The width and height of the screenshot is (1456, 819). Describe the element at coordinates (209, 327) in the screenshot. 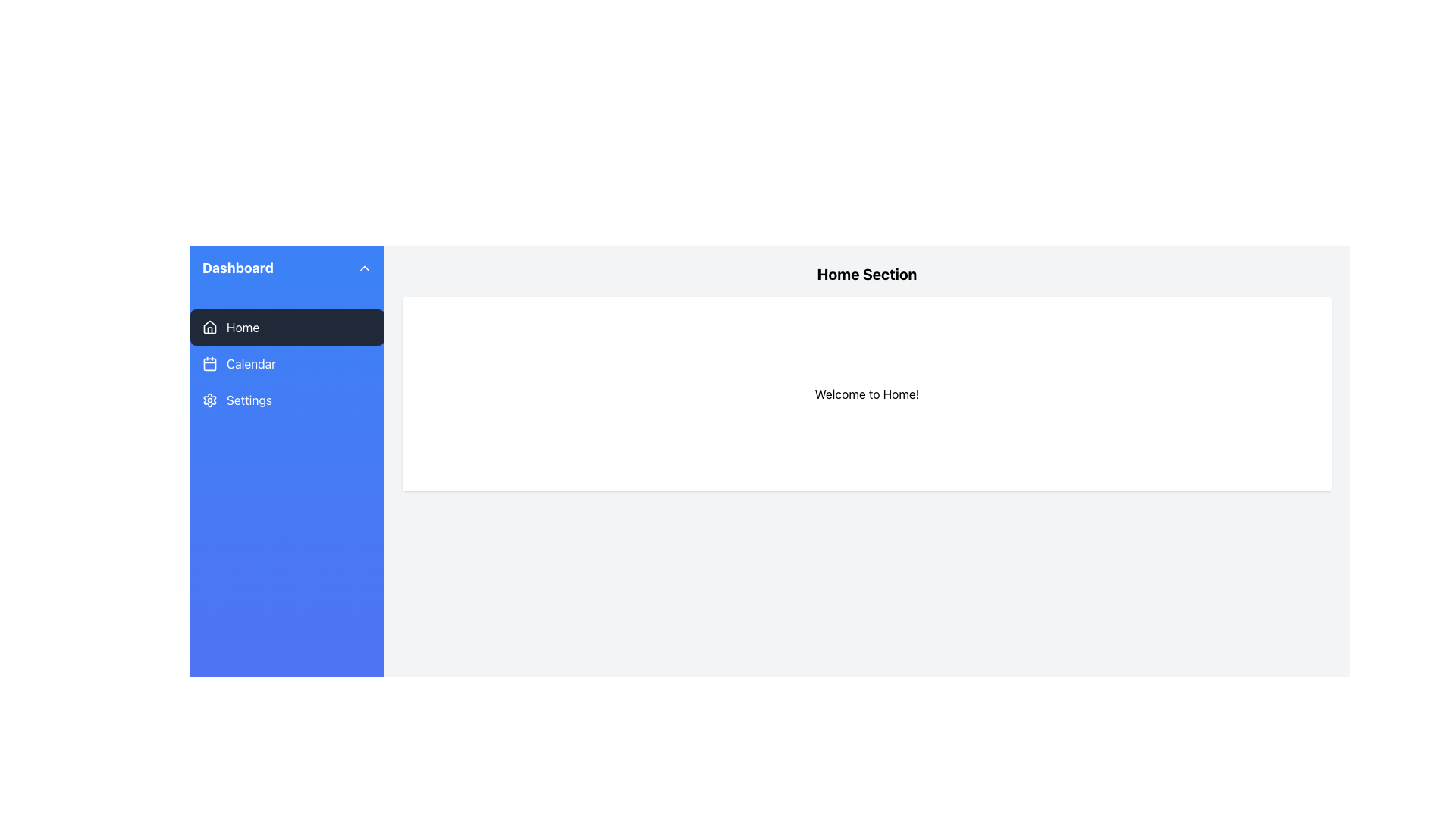

I see `the house icon located to the left of the 'Home' text in the highlighted menu item of the left navigation bar` at that location.